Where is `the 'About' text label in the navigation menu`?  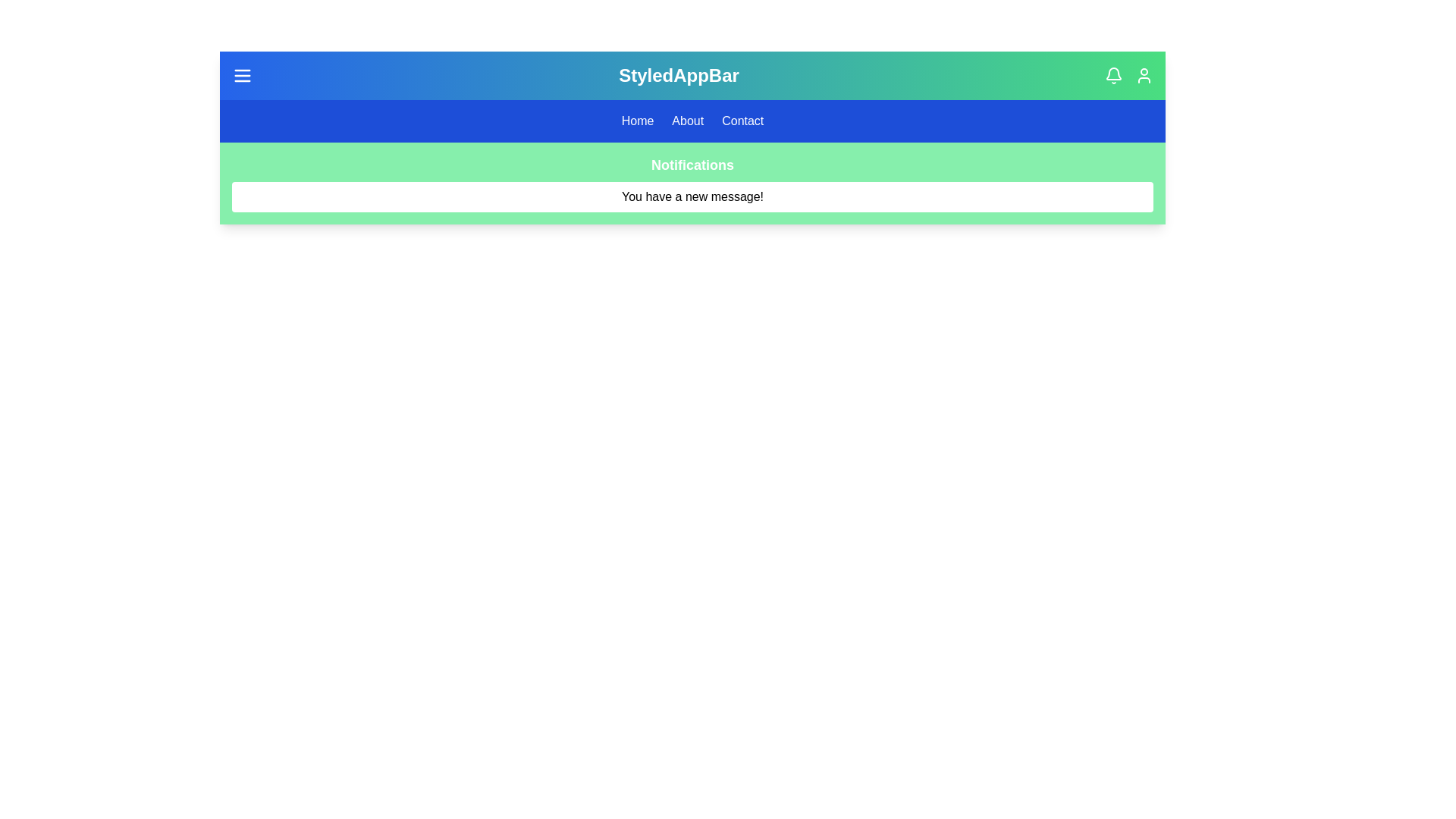
the 'About' text label in the navigation menu is located at coordinates (687, 120).